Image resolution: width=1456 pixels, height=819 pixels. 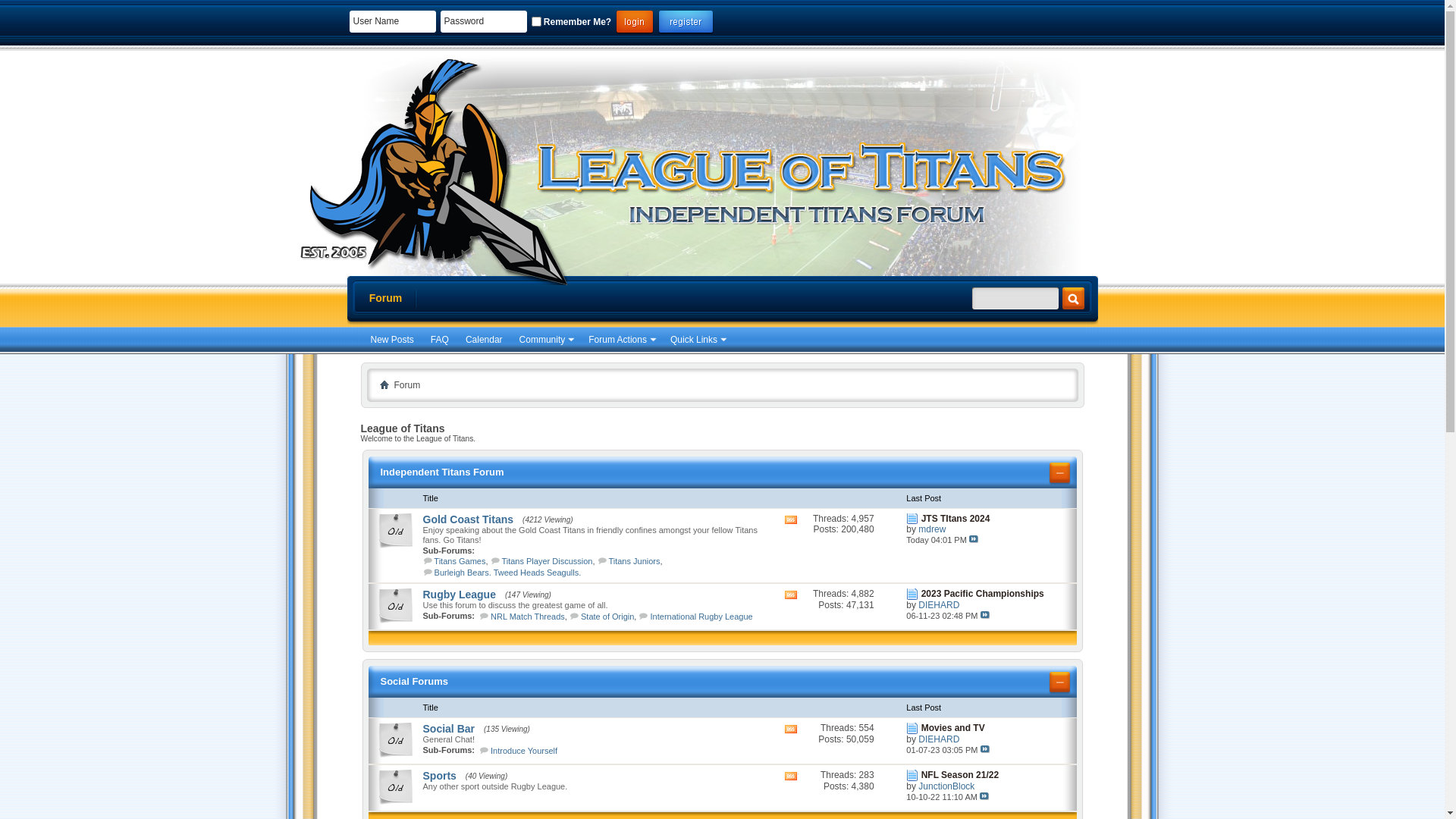 I want to click on '2023 Pacific Championships', so click(x=983, y=593).